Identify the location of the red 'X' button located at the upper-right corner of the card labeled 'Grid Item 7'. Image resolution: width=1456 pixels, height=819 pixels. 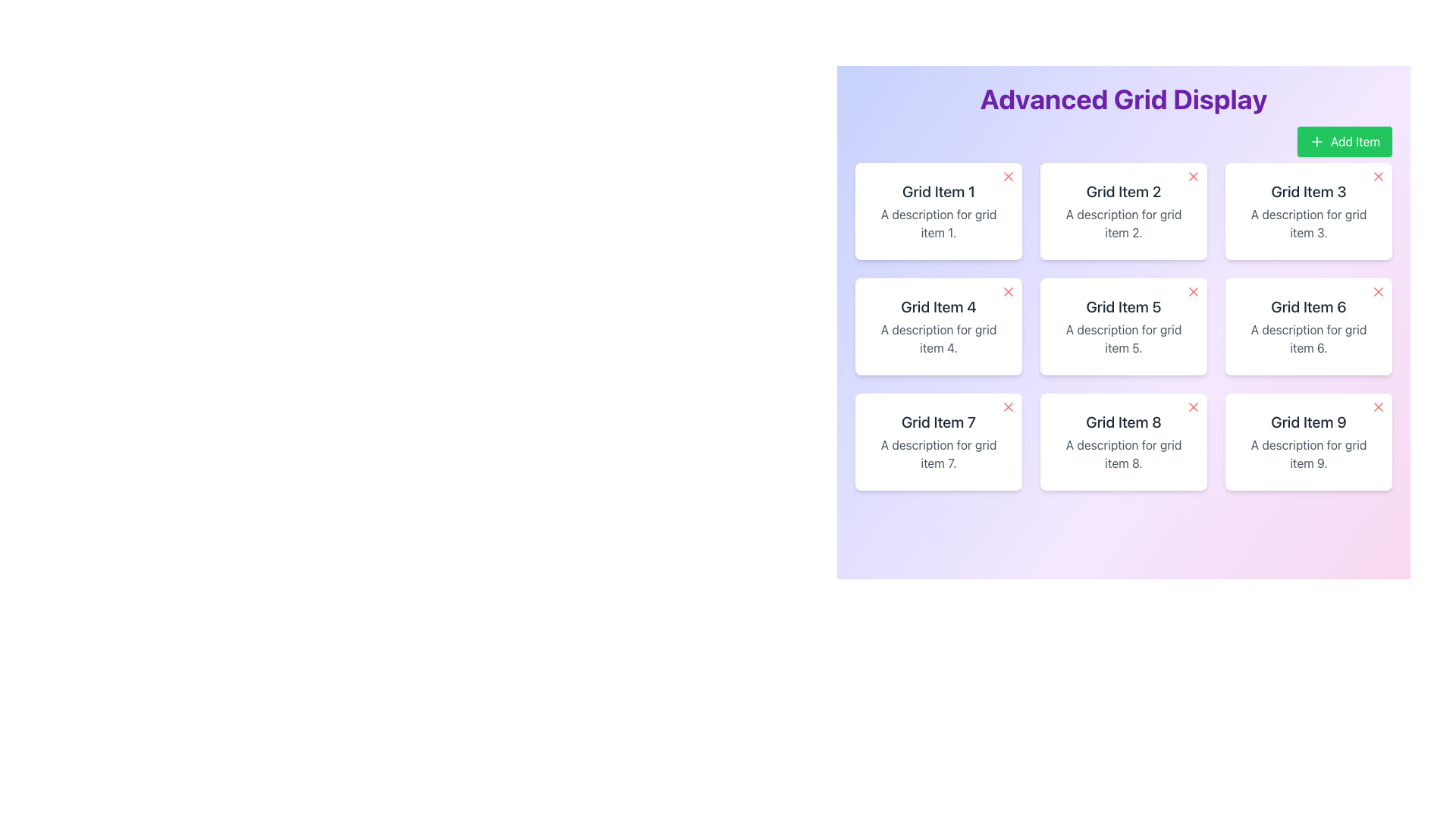
(1008, 406).